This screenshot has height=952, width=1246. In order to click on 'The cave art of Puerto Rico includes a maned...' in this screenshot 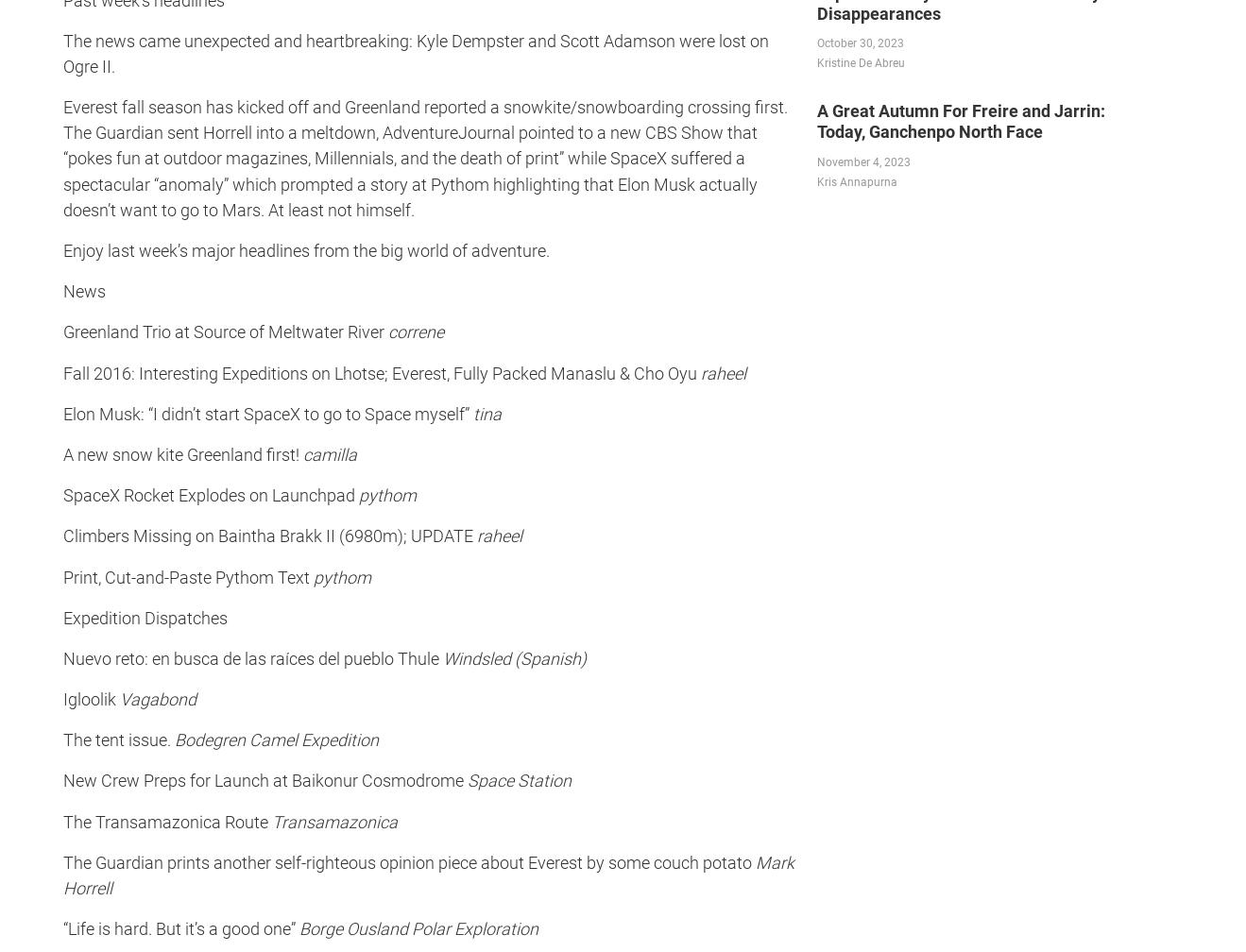, I will do `click(321, 649)`.